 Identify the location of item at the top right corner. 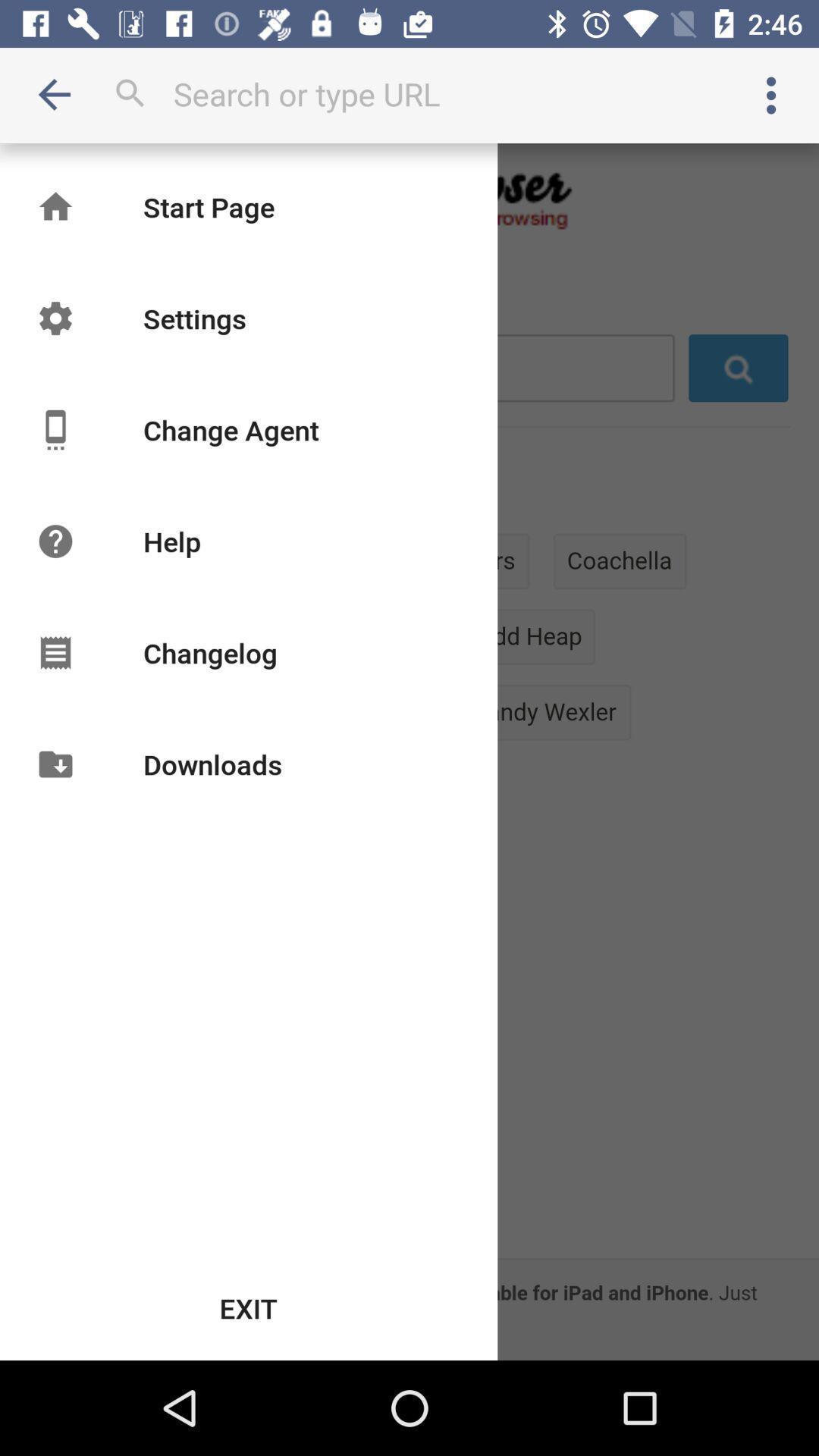
(771, 94).